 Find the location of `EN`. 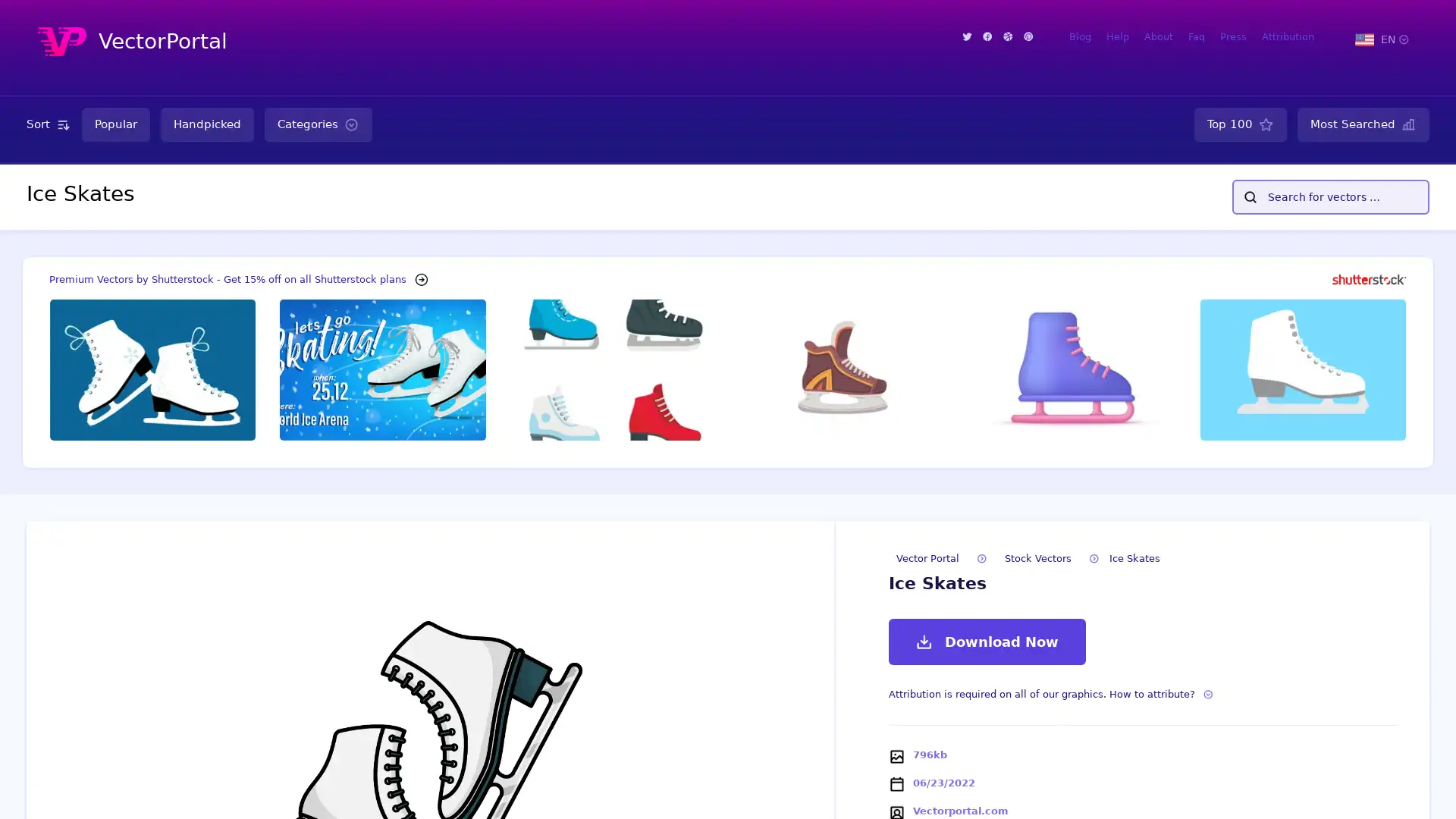

EN is located at coordinates (1381, 38).